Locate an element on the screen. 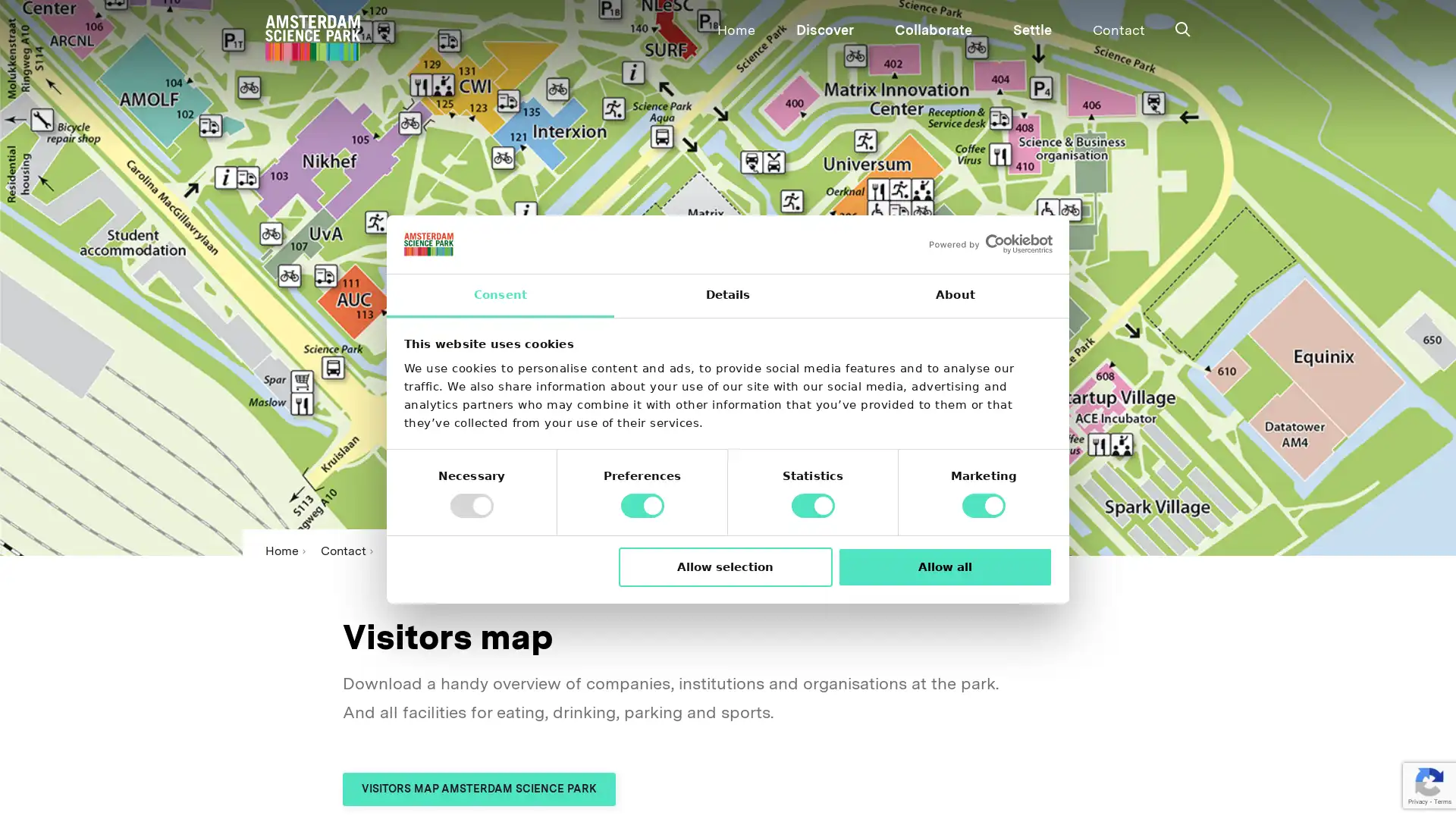 The height and width of the screenshot is (819, 1456). Allow selection is located at coordinates (723, 566).